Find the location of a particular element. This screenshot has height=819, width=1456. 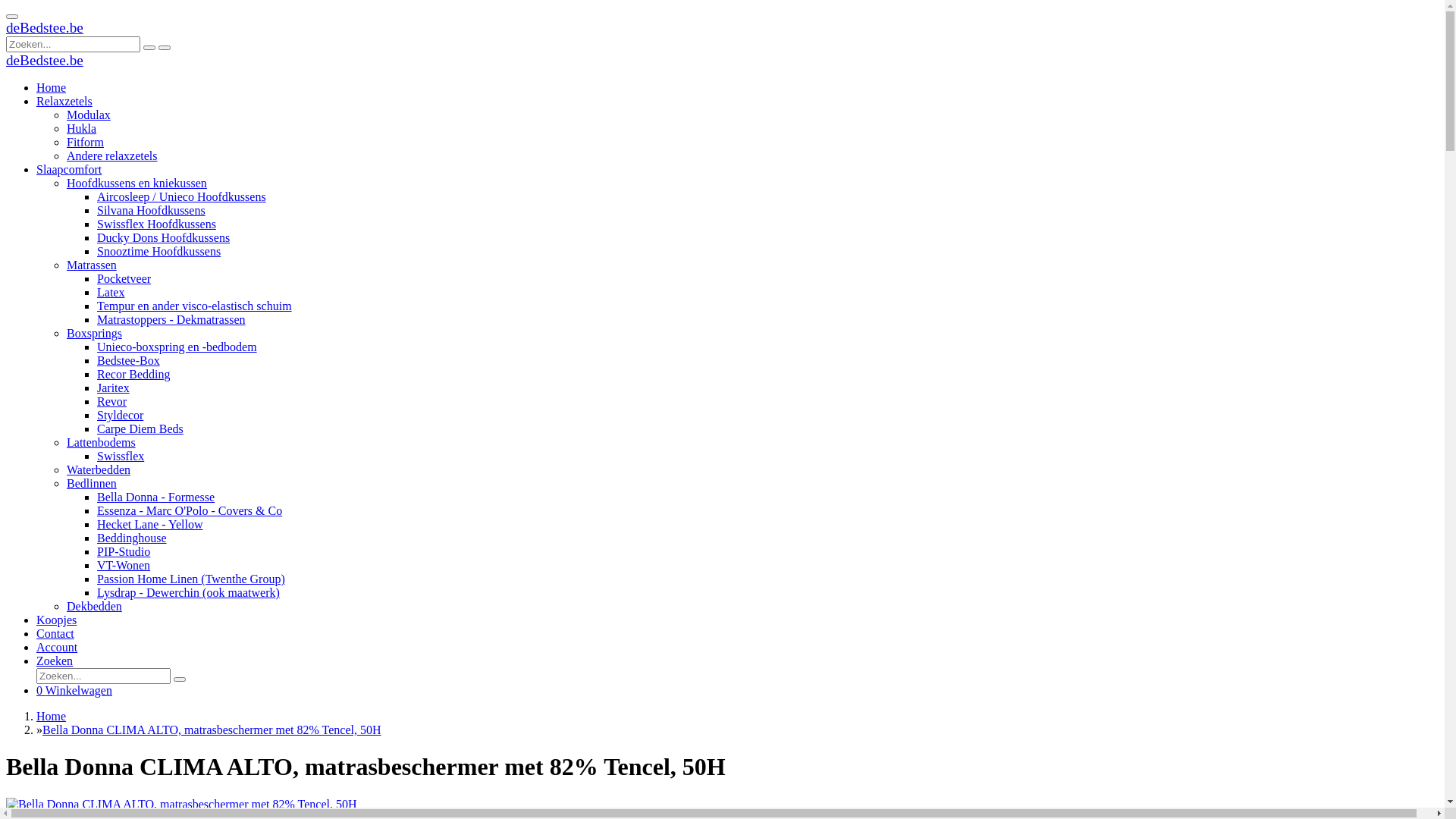

'Hoofdkussens en kniekussen' is located at coordinates (136, 182).